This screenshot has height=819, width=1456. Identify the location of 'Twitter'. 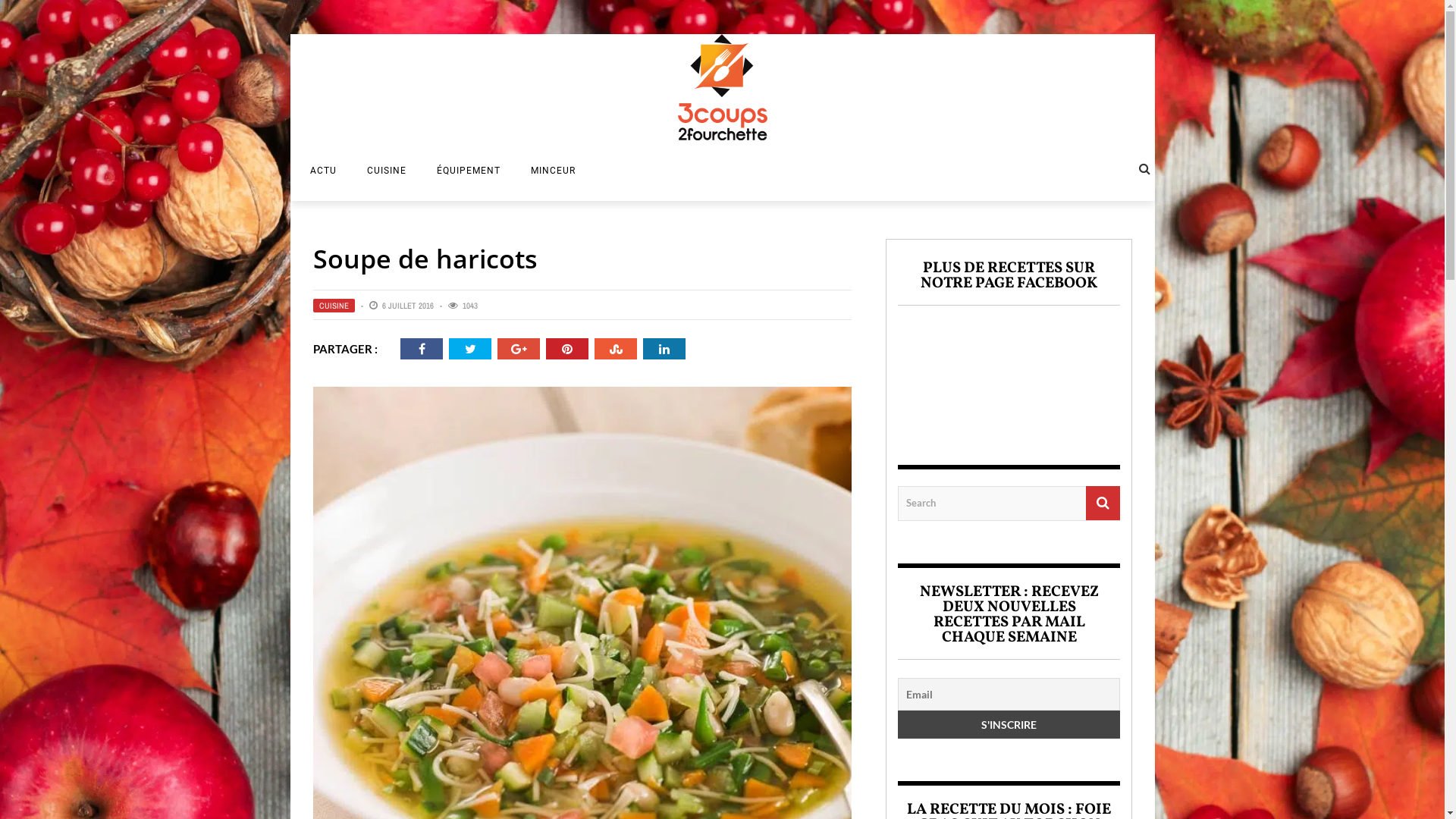
(463, 348).